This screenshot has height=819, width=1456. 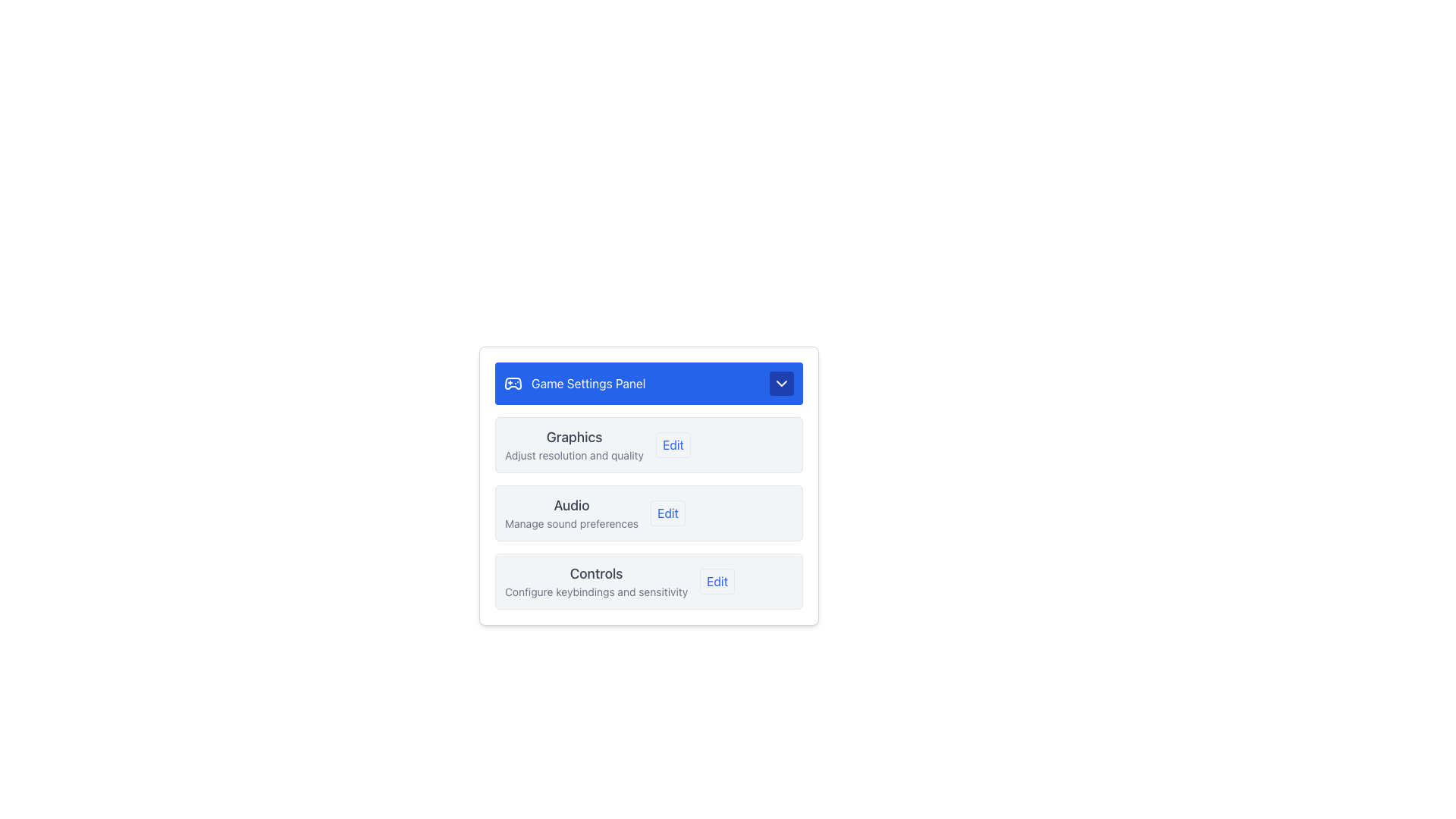 What do you see at coordinates (782, 382) in the screenshot?
I see `the small rectangular button with a blue background and a white chevron-down icon, located on the rightmost side of the 'Game Settings Panel' header, to observe visual changes` at bounding box center [782, 382].